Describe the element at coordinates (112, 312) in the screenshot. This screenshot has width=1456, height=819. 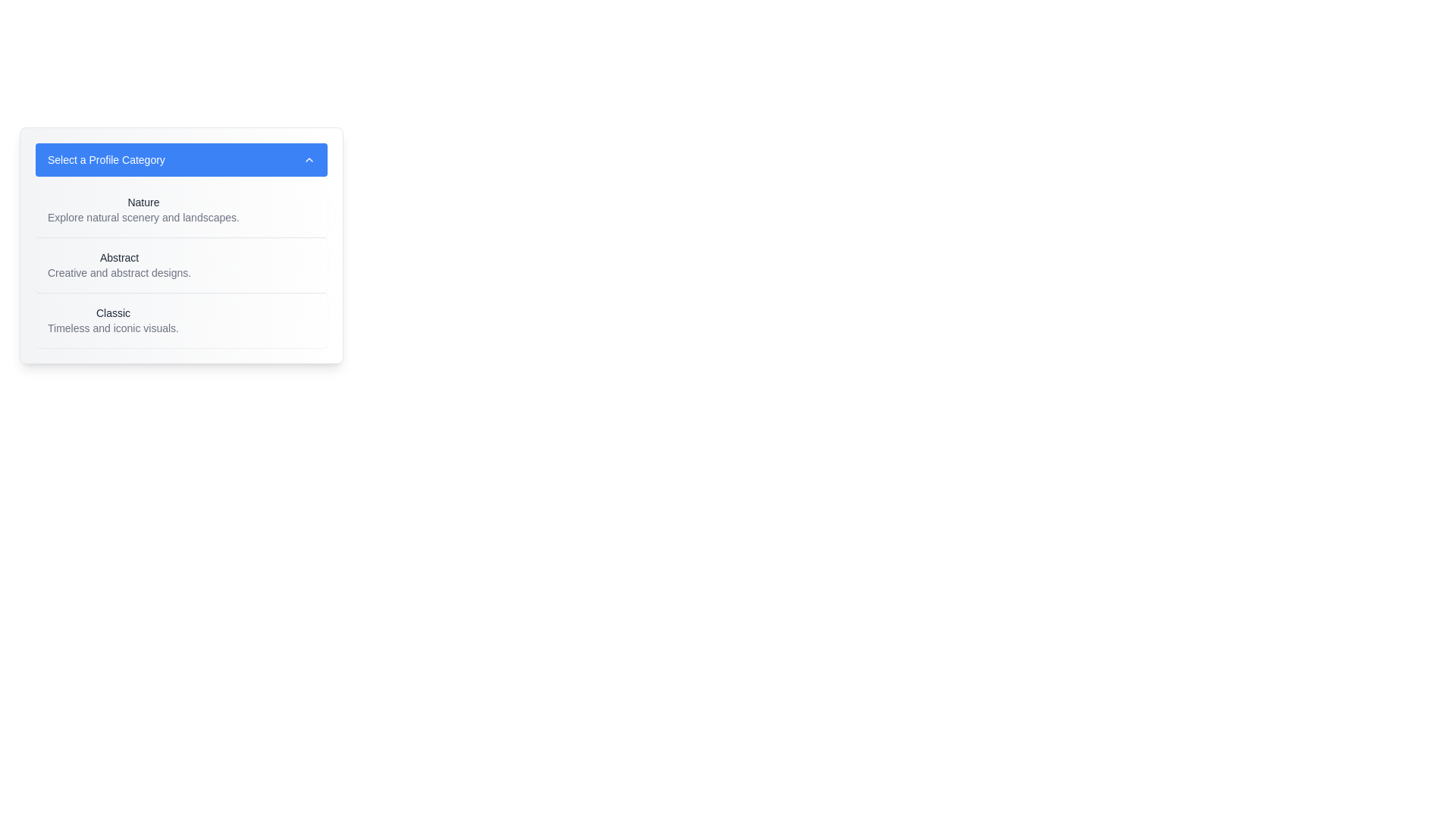
I see `text of the category title located in the dropdown list under 'Select a Profile Category', positioned above 'Timeless and iconic visuals'` at that location.